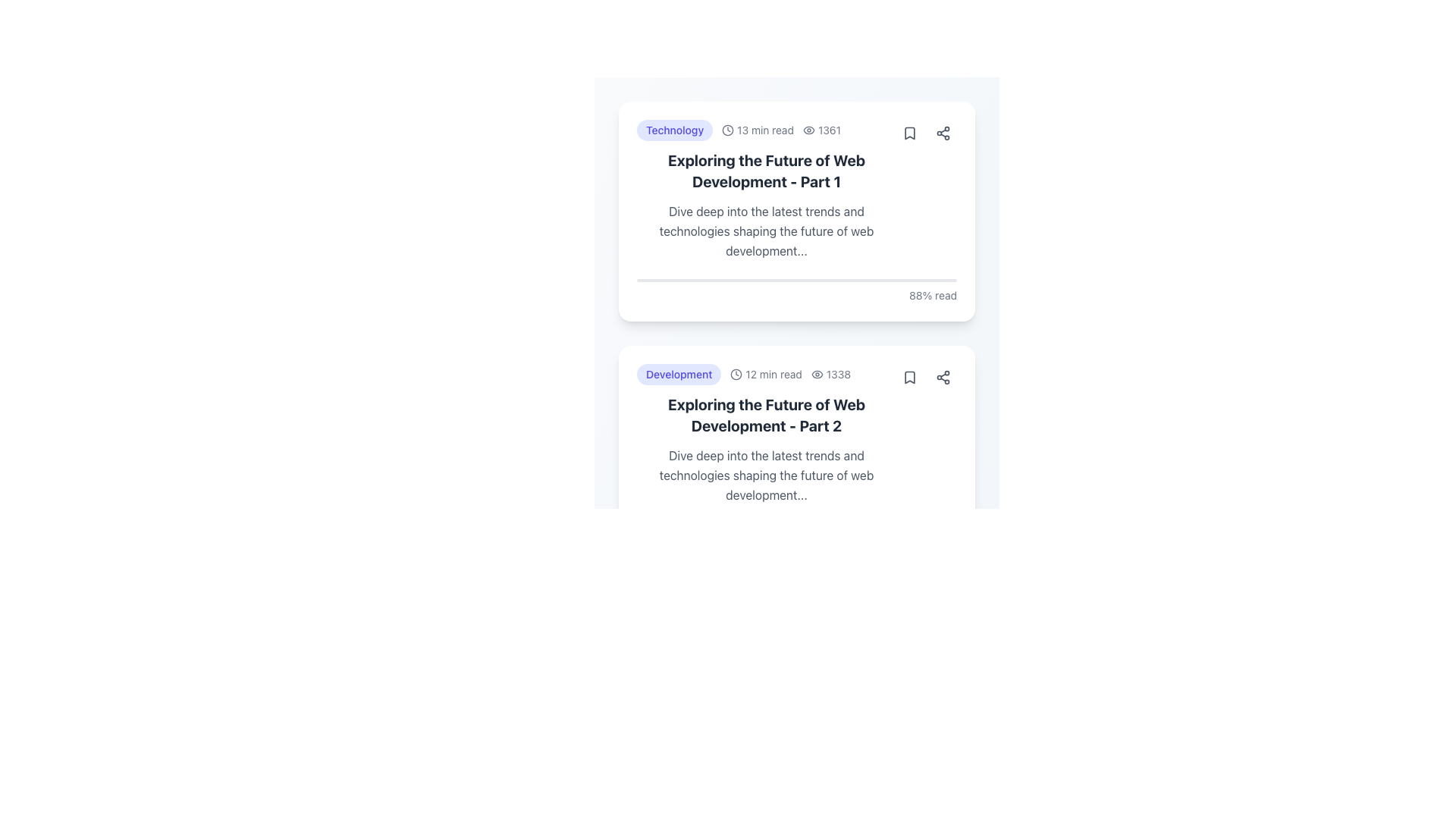 This screenshot has width=1456, height=819. I want to click on the minimalist bookmark icon located in the top-right corner of the second card, so click(910, 376).